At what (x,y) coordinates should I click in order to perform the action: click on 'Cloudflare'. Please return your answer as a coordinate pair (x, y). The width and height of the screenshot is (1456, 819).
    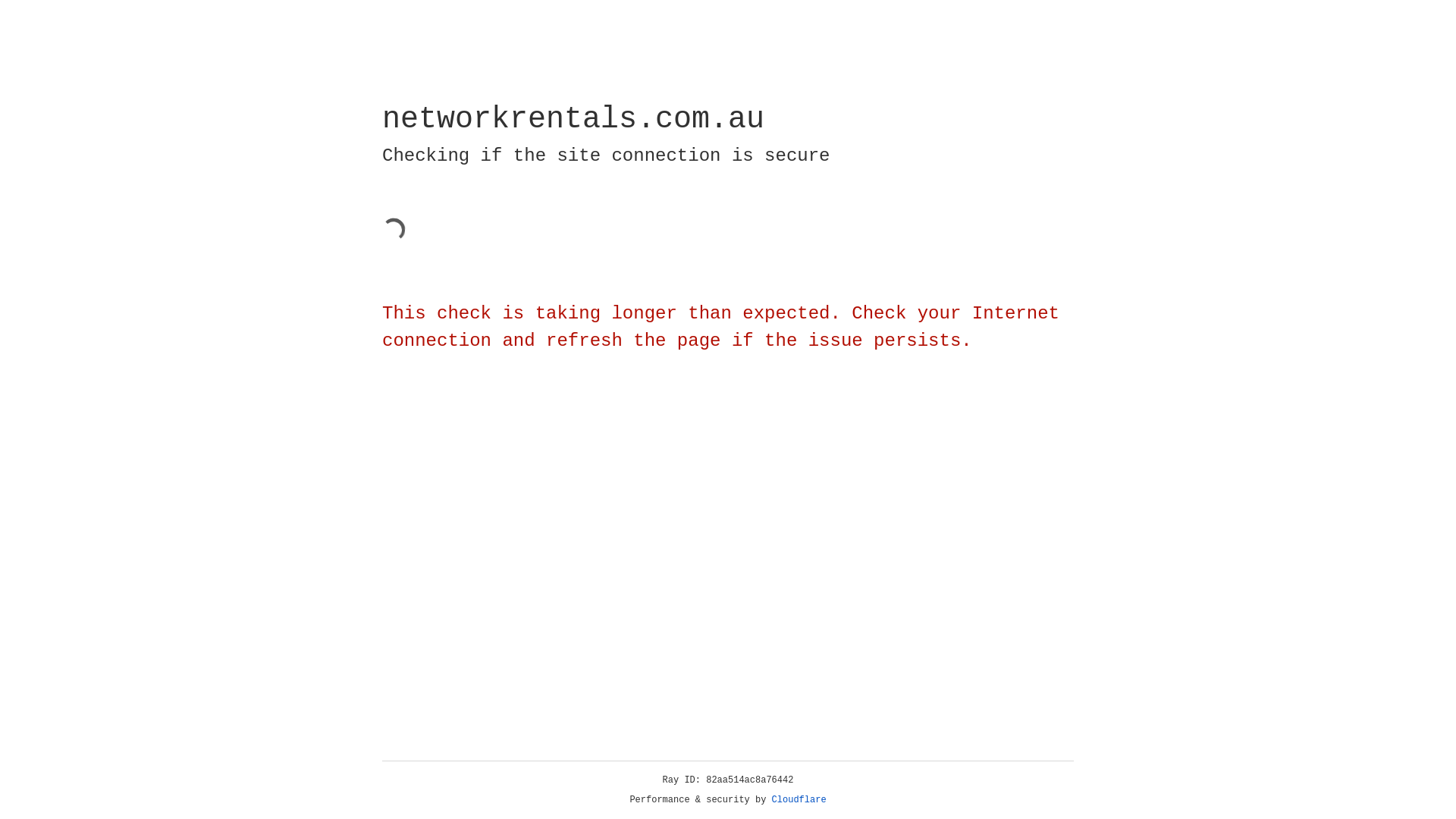
    Looking at the image, I should click on (799, 799).